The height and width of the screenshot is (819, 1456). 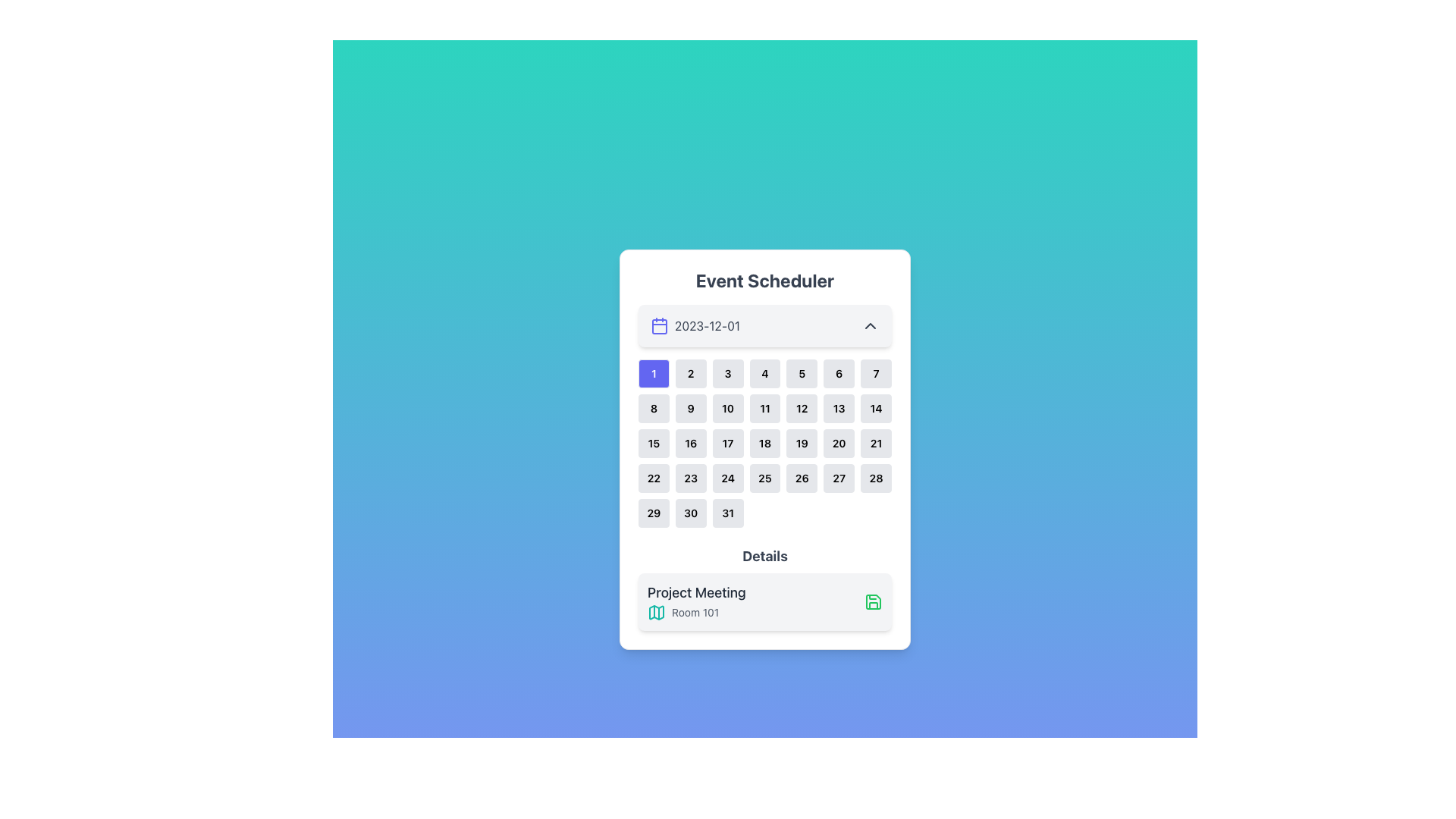 What do you see at coordinates (656, 611) in the screenshot?
I see `the map icon` at bounding box center [656, 611].